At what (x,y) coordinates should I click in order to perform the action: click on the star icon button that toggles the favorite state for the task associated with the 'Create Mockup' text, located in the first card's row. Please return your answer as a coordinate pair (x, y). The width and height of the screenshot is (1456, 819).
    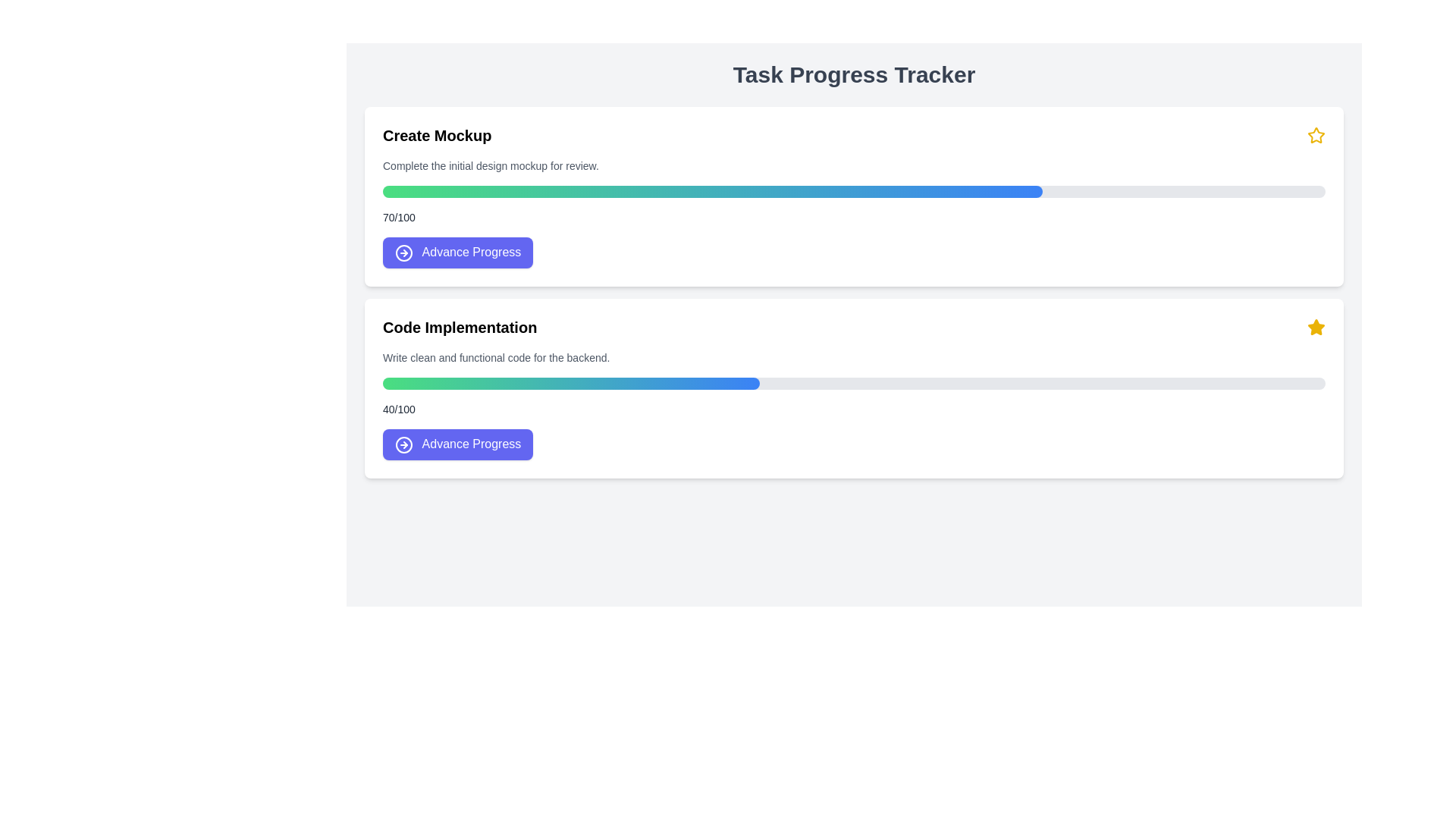
    Looking at the image, I should click on (1316, 134).